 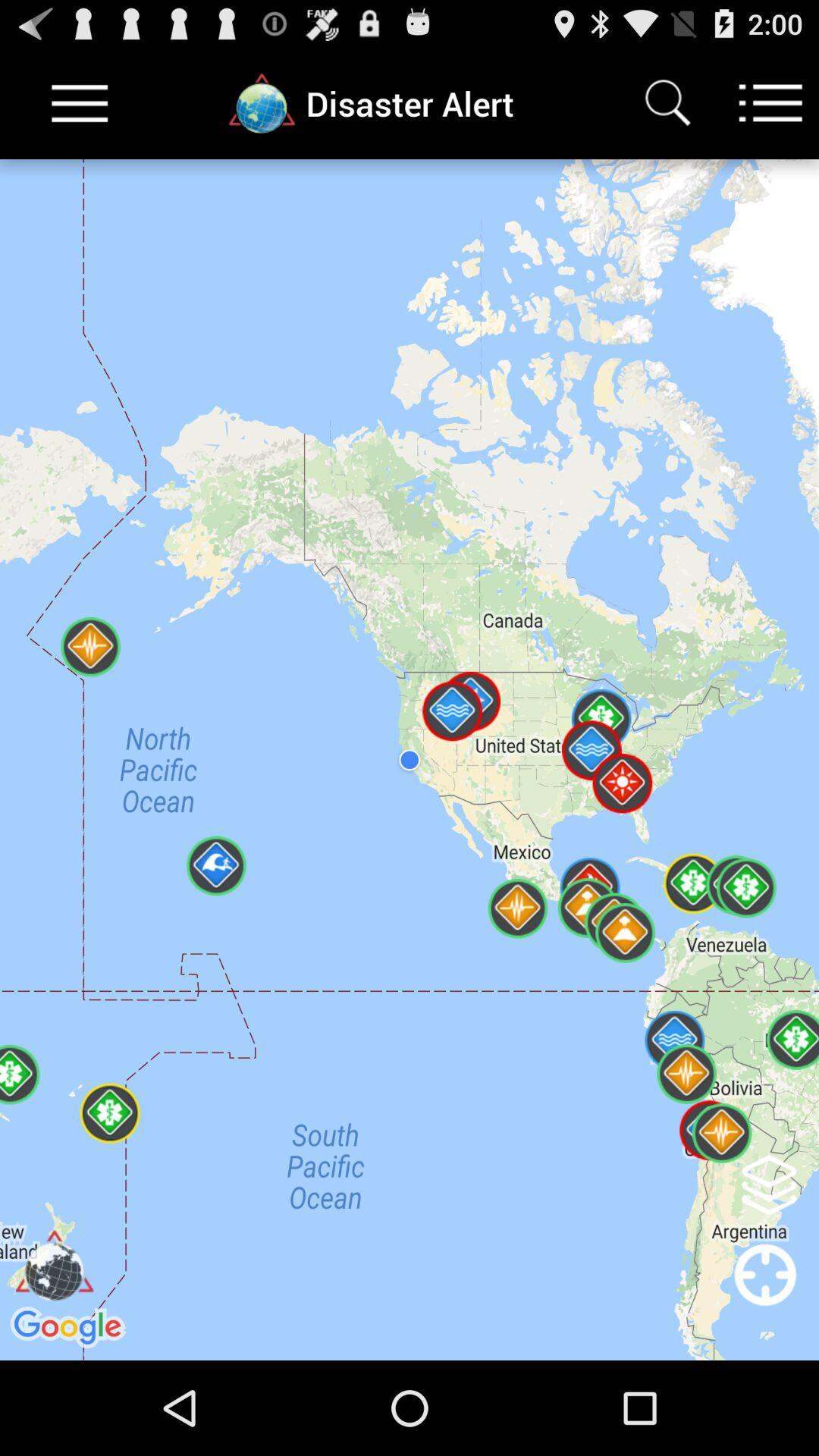 I want to click on recenter map, so click(x=765, y=1294).